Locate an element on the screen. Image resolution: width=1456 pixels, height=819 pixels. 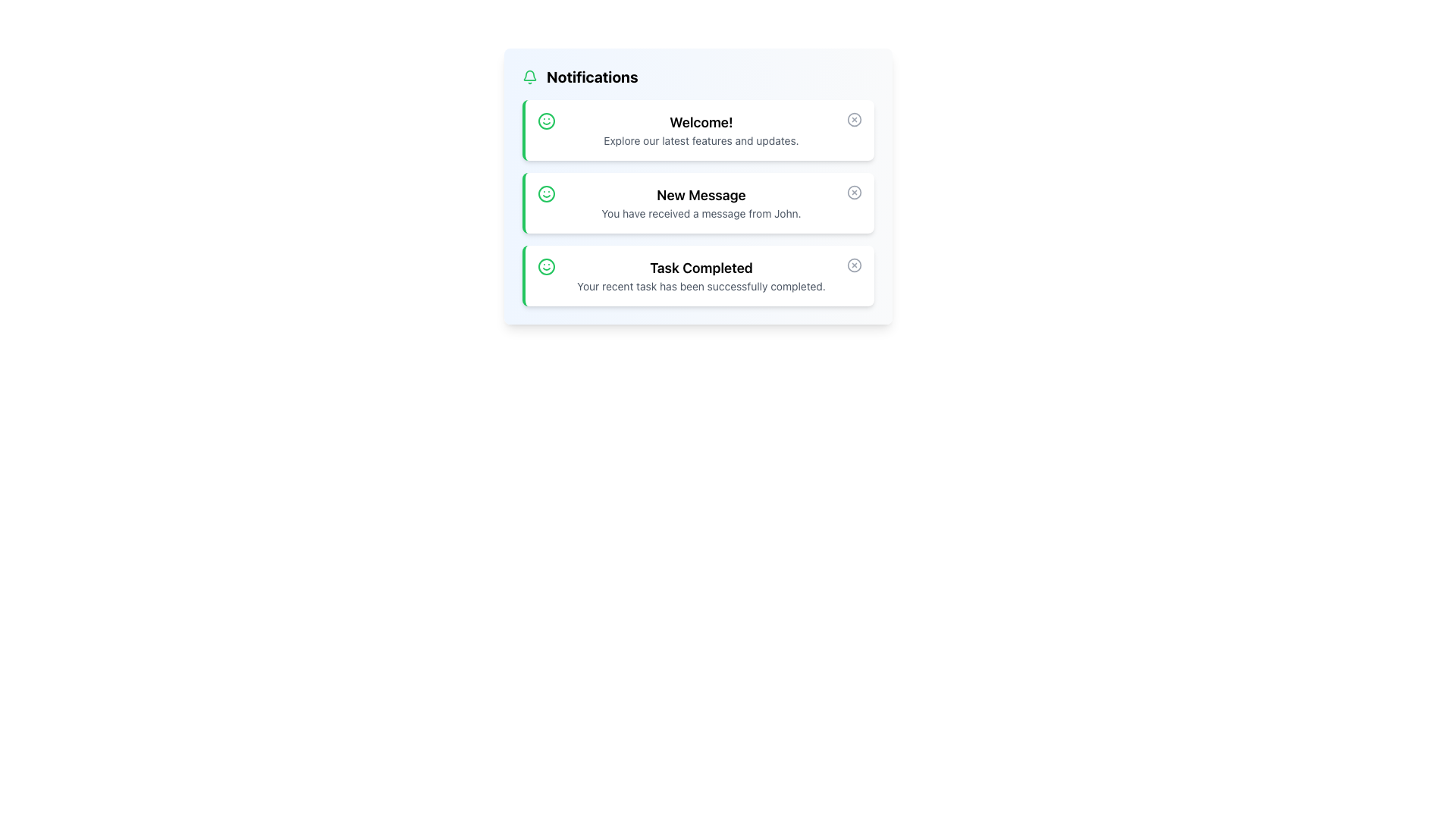
the round smiley face icon outlined in green, located in the top-left corner of the first notification panel which has the heading 'Welcome!' is located at coordinates (546, 120).